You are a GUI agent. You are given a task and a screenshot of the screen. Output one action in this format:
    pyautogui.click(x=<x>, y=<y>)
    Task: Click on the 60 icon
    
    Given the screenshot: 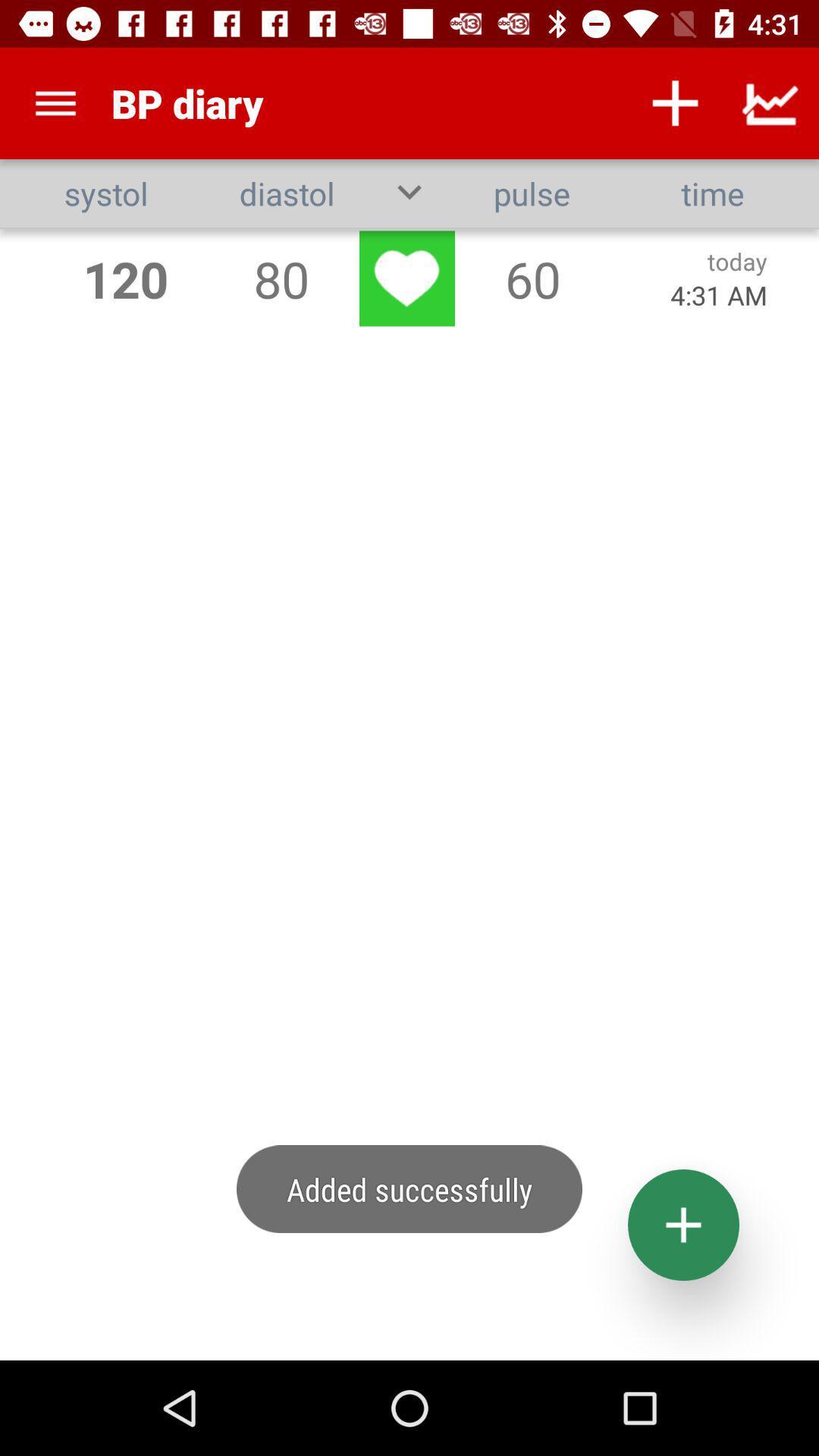 What is the action you would take?
    pyautogui.click(x=532, y=278)
    